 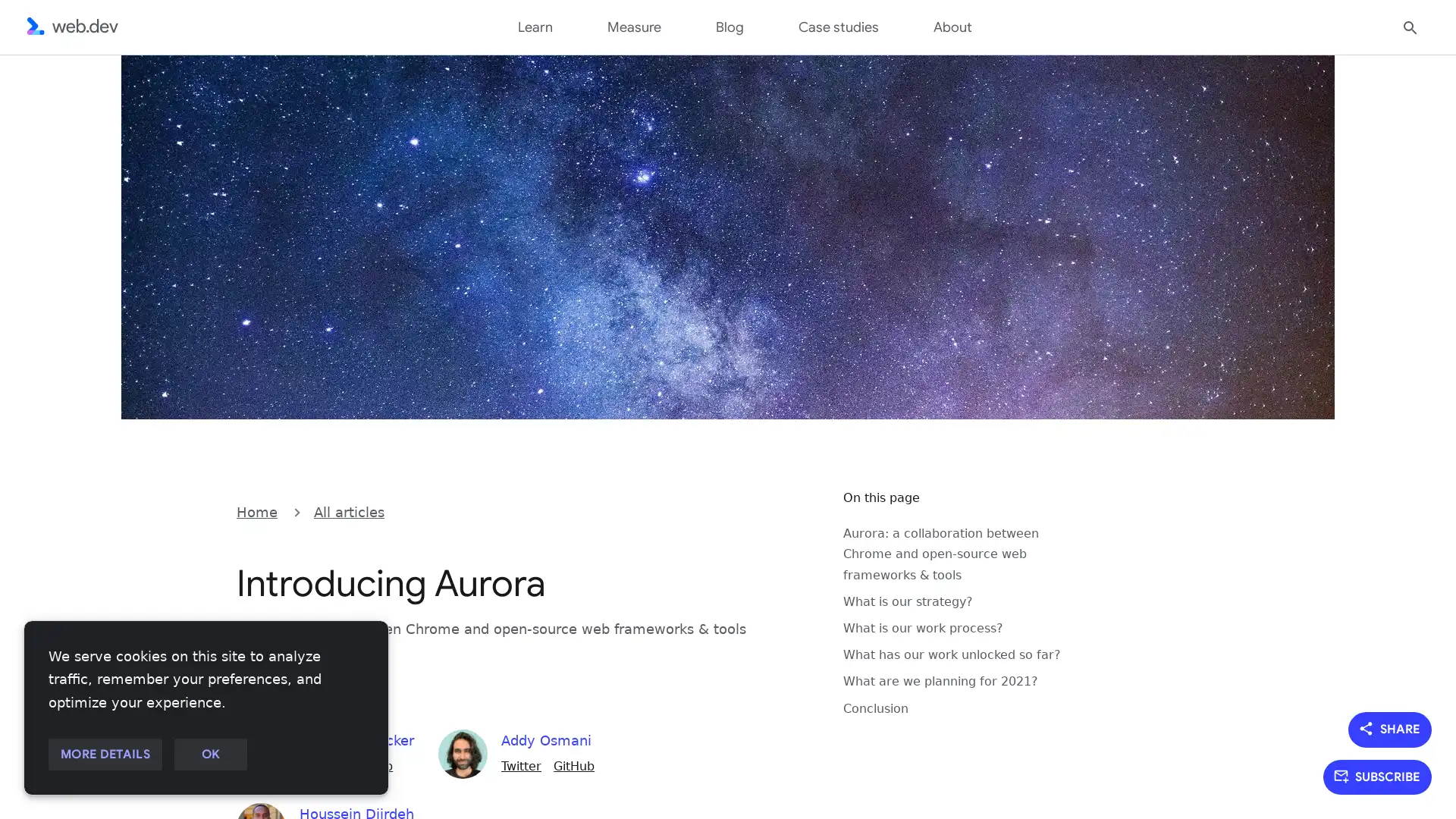 What do you see at coordinates (1410, 26) in the screenshot?
I see `Open search` at bounding box center [1410, 26].